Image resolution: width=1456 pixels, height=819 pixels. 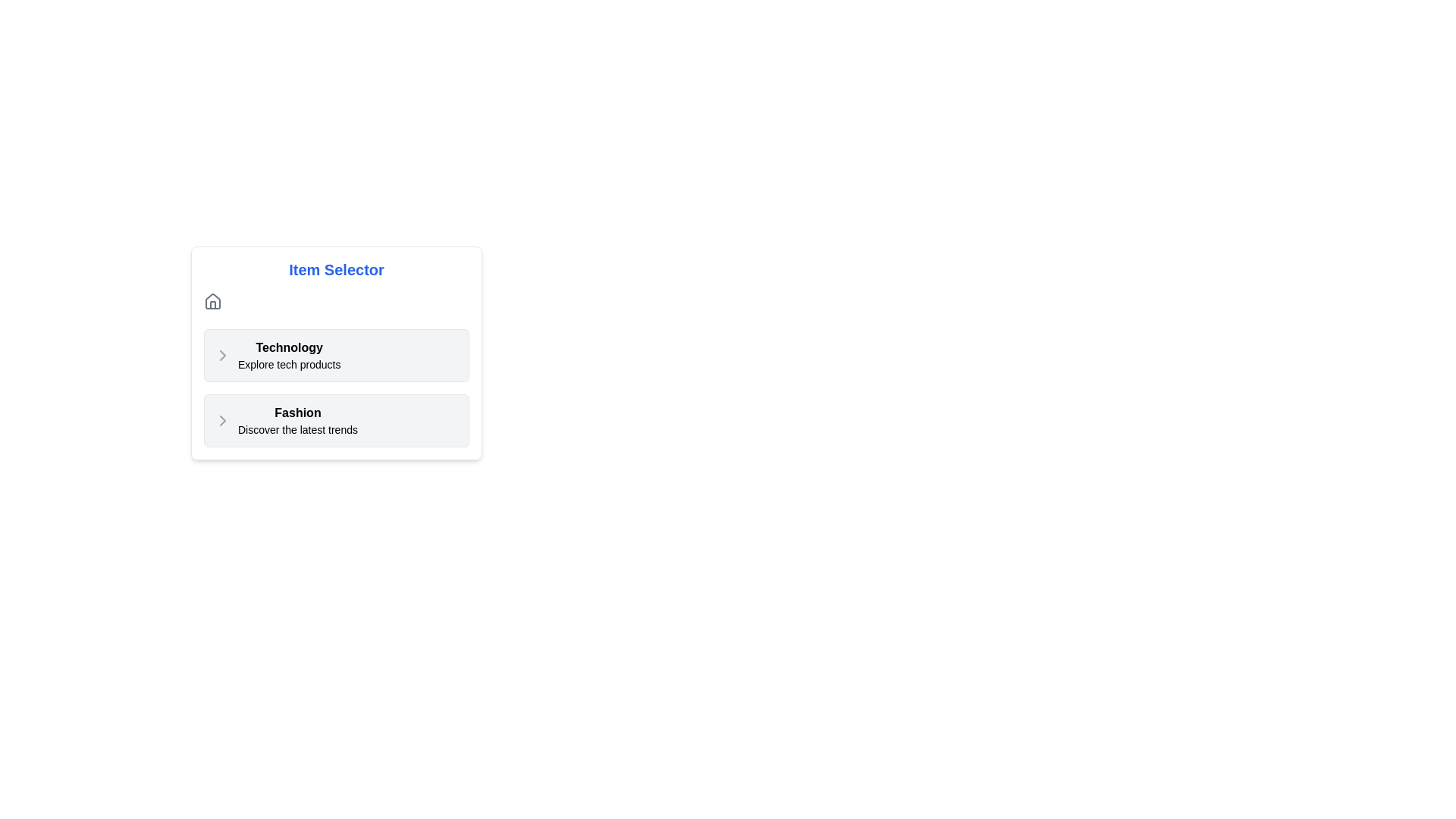 What do you see at coordinates (212, 301) in the screenshot?
I see `the home icon located at the top left corner of the white rectangular card` at bounding box center [212, 301].